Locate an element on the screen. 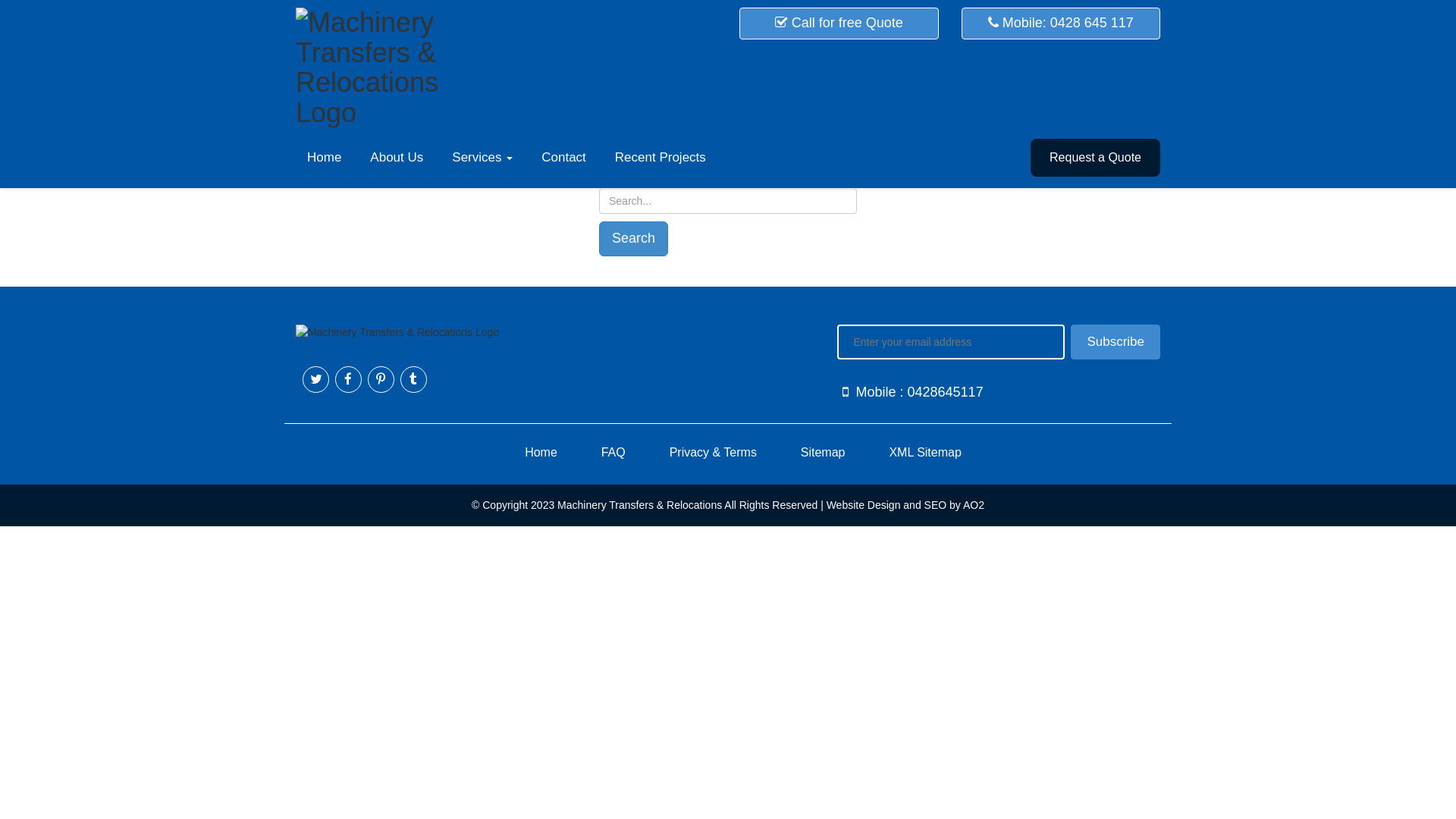 The image size is (1456, 819). 'Home' is located at coordinates (541, 451).